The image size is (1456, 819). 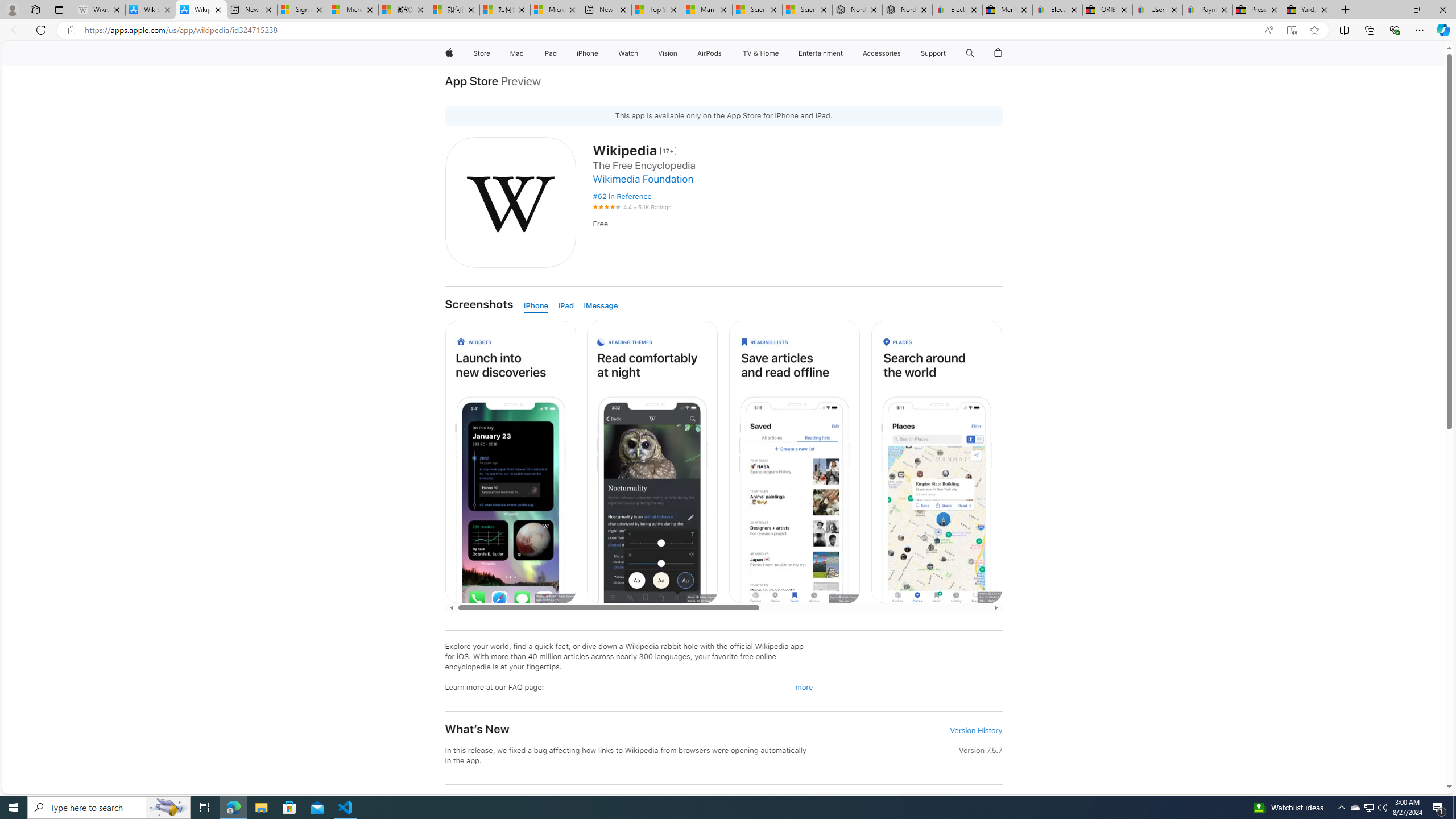 What do you see at coordinates (709, 53) in the screenshot?
I see `'AirPods'` at bounding box center [709, 53].